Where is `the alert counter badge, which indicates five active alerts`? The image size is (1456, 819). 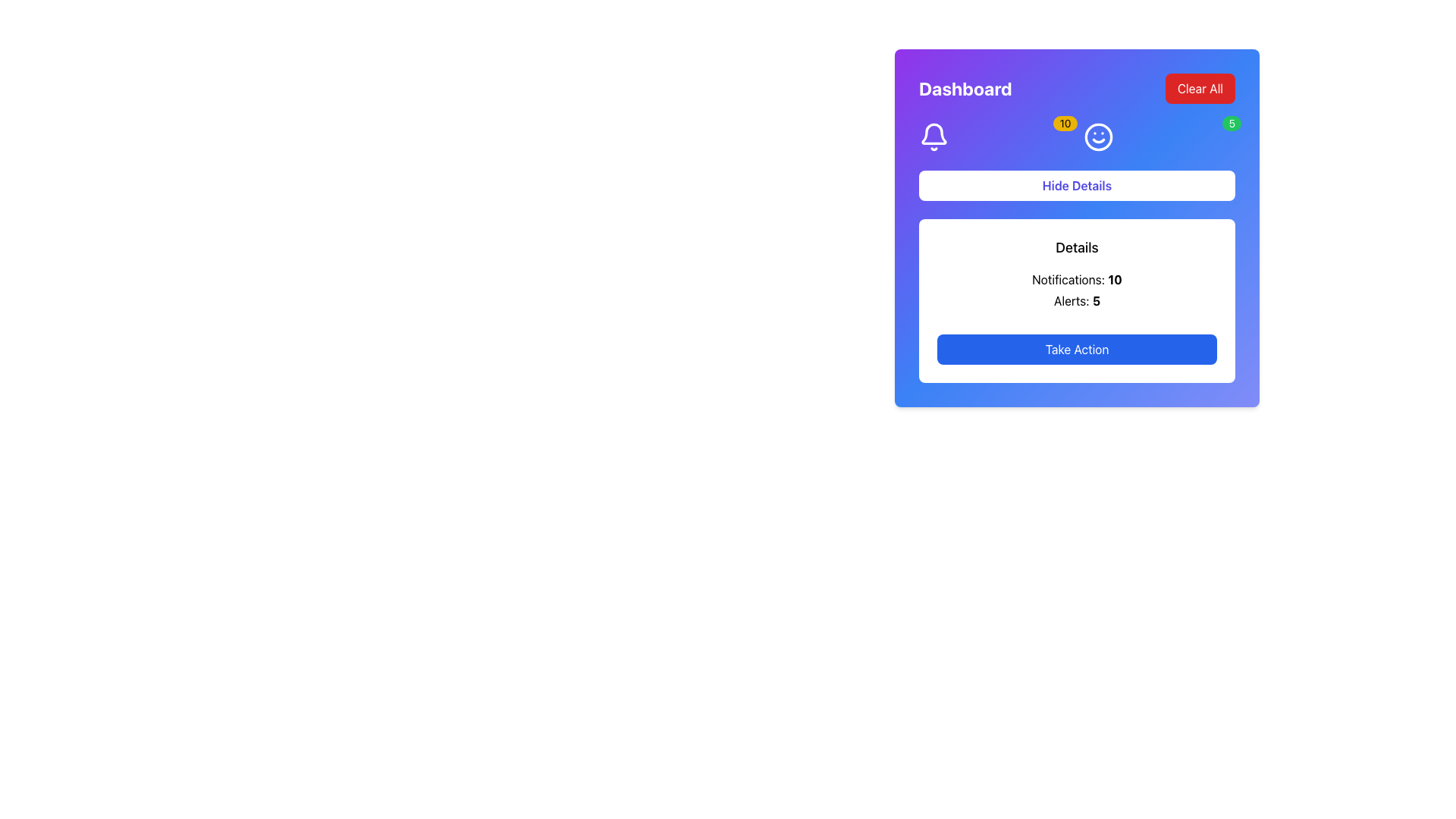 the alert counter badge, which indicates five active alerts is located at coordinates (1158, 137).